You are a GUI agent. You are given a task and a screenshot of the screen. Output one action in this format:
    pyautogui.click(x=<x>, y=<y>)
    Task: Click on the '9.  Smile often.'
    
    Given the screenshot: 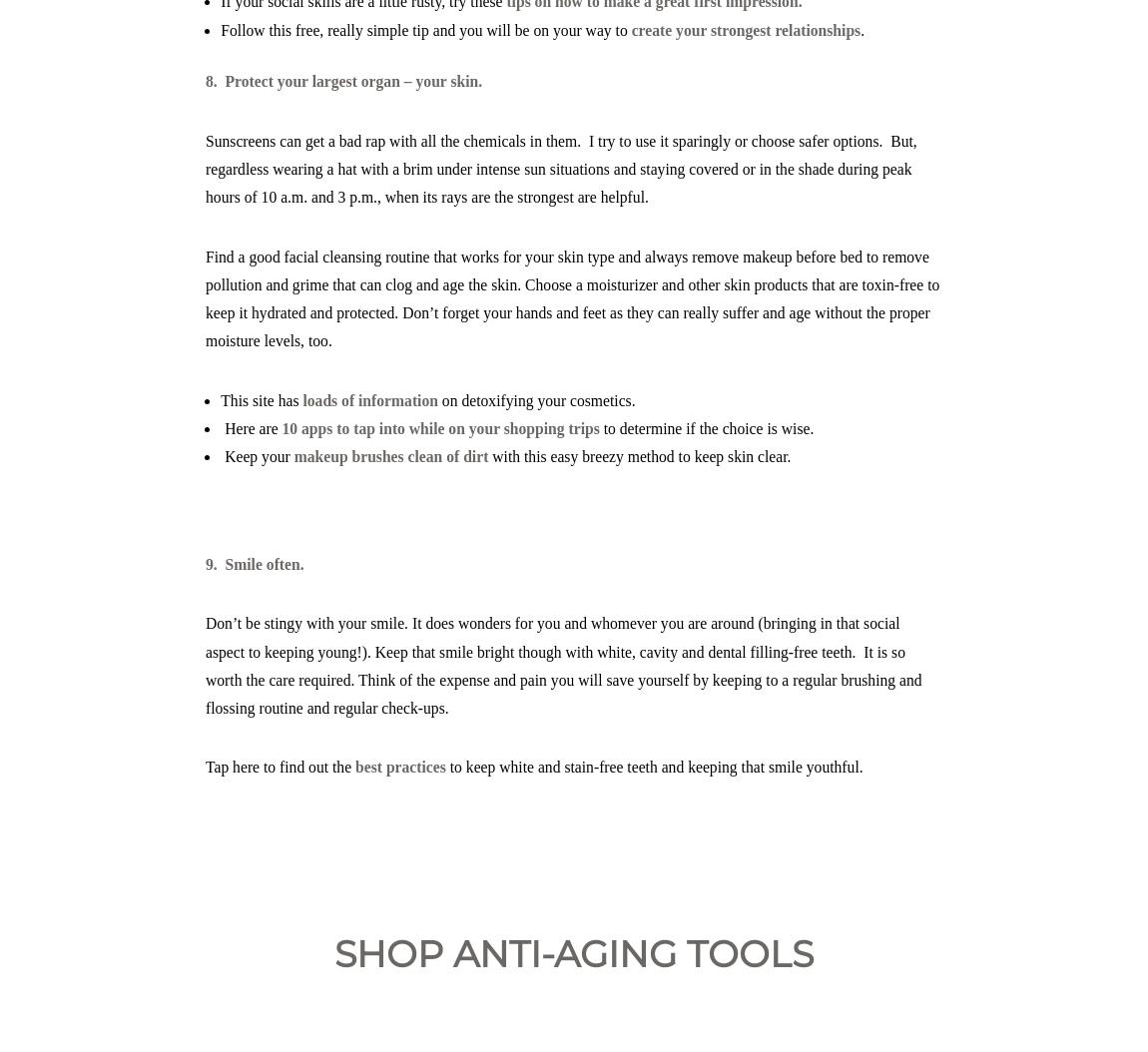 What is the action you would take?
    pyautogui.click(x=253, y=563)
    